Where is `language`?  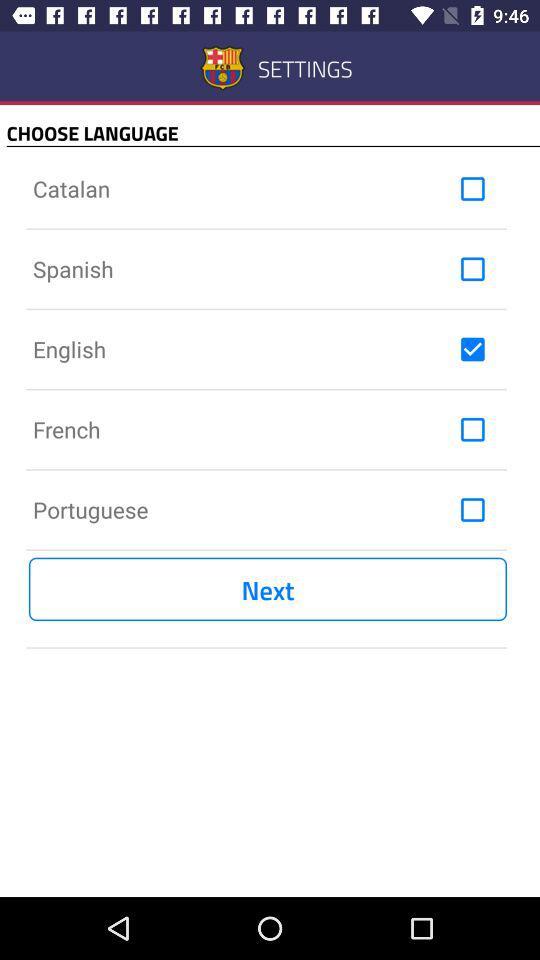 language is located at coordinates (472, 349).